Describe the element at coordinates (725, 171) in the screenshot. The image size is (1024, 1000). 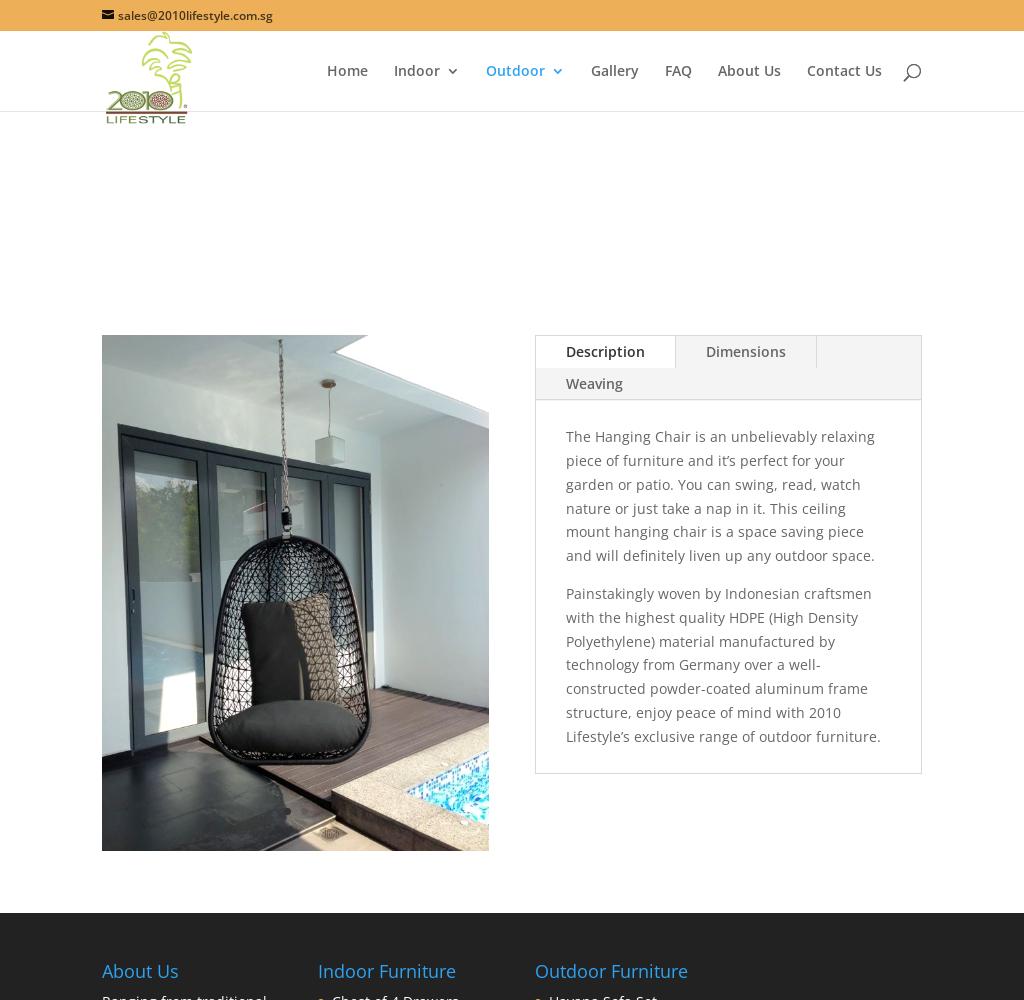
I see `'Chaise Sun Loungers'` at that location.